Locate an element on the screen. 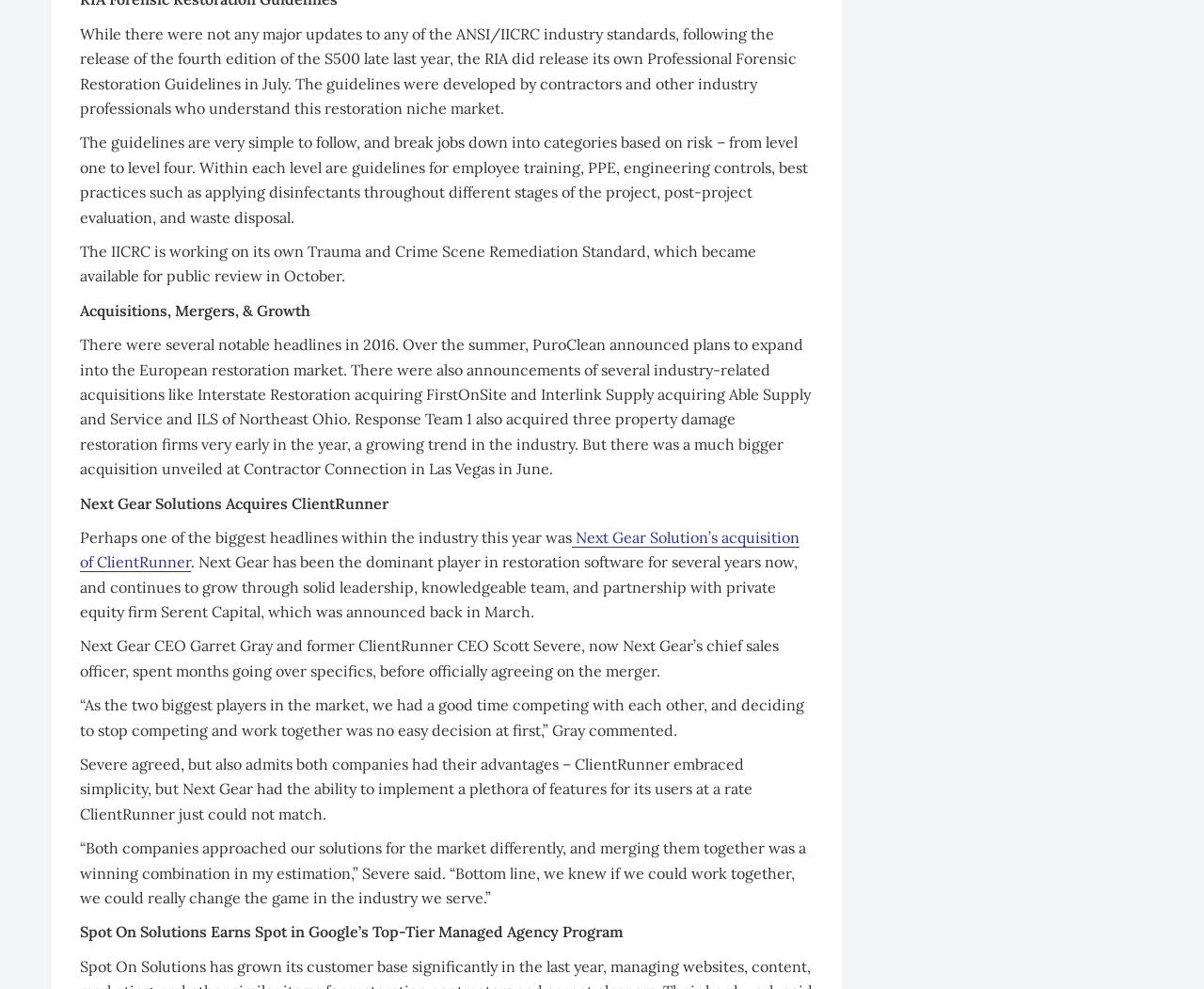 This screenshot has width=1204, height=989. 'Next Gear Solutions Acquires ClientRunner' is located at coordinates (232, 502).